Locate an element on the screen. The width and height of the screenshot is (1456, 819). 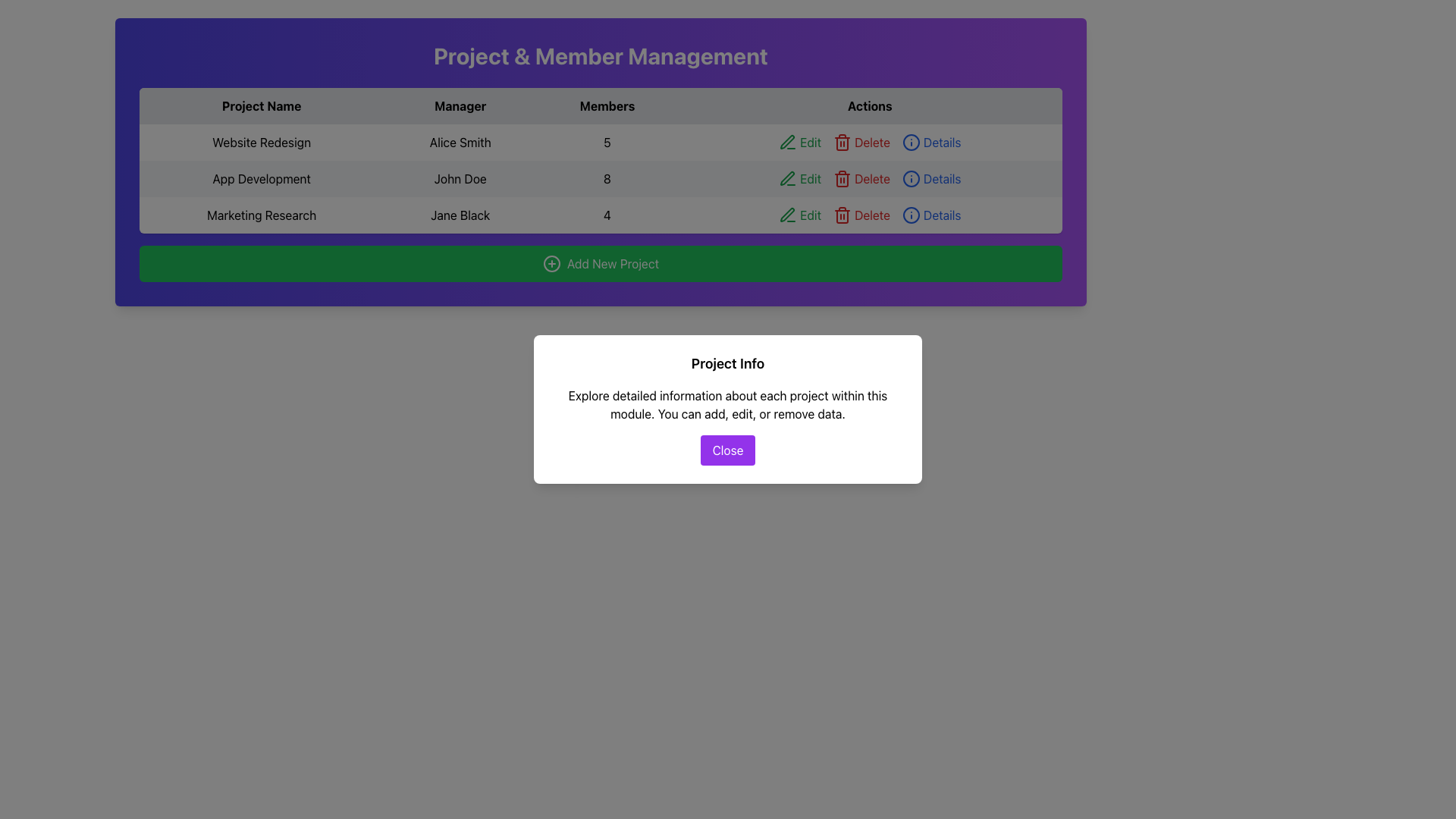
the icon in the 'Actions' column representing the action of viewing detailed information about the row containing 'Website Redesign' is located at coordinates (910, 143).